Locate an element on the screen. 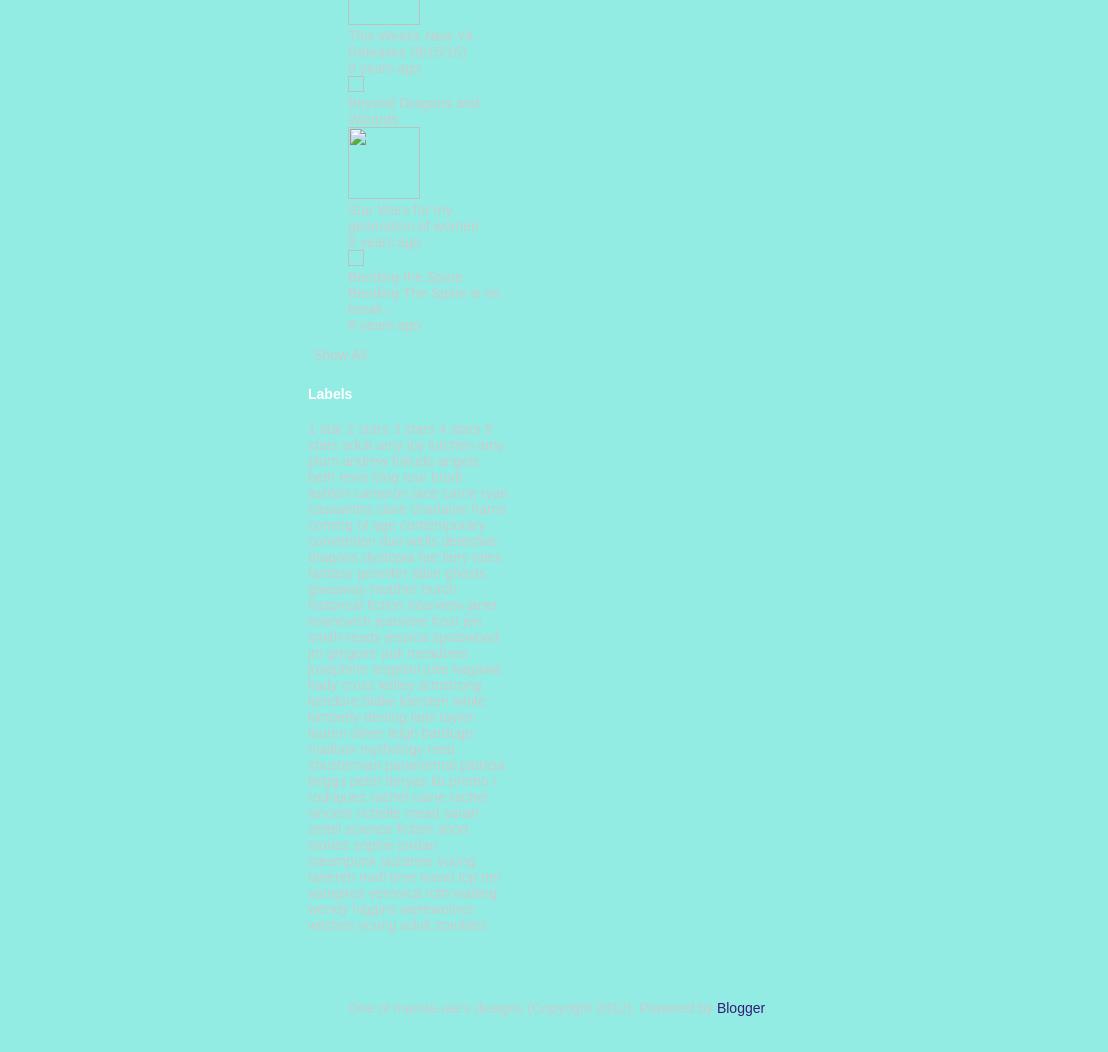  'wendy higgins' is located at coordinates (308, 907).